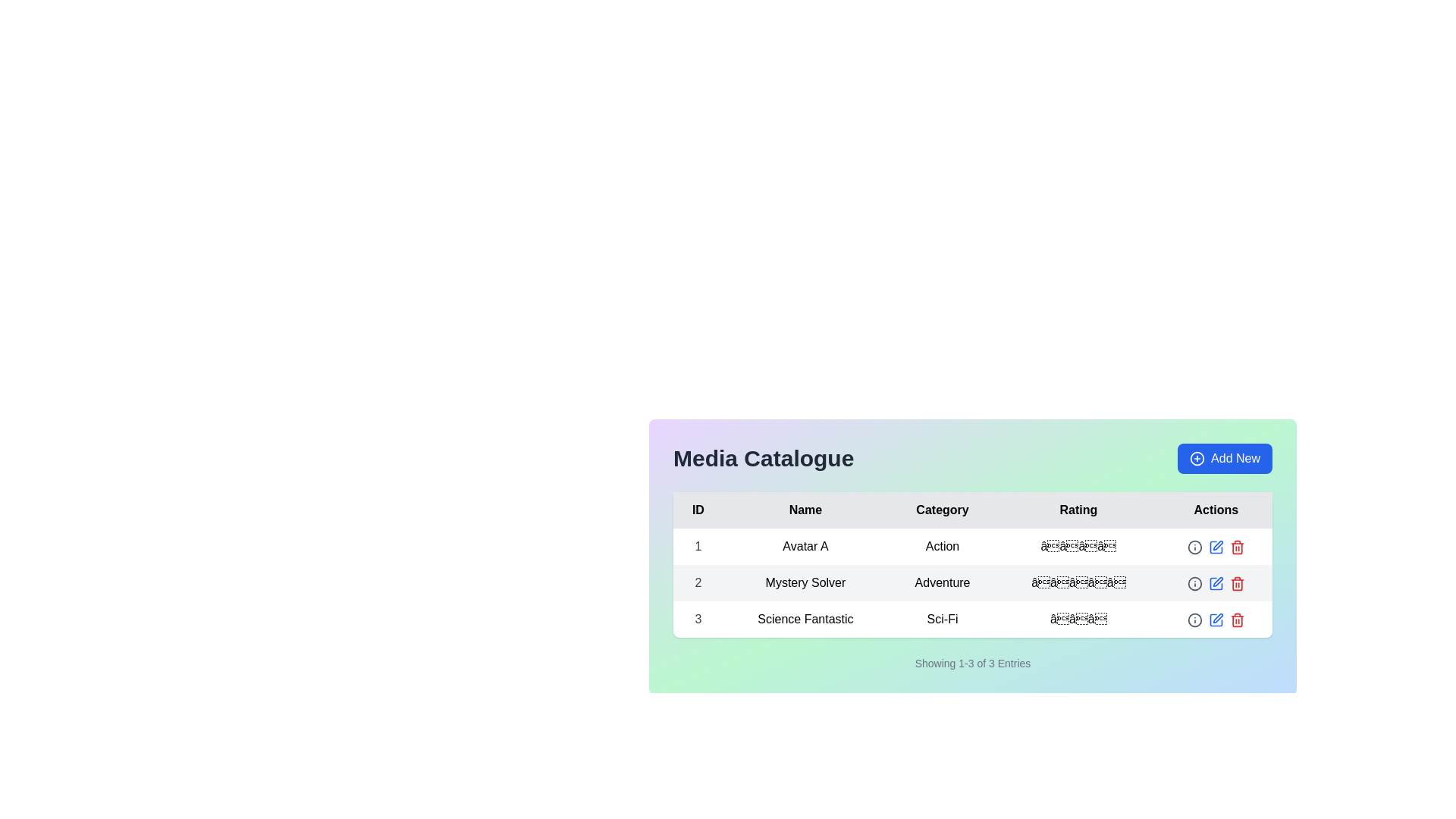 Image resolution: width=1456 pixels, height=819 pixels. I want to click on the non-interactive text label displaying the category name in the second row of the table under the 'Category' column, adjacent to 'Mystery Solver' in the 'Name' column and five star icons in the 'Rating' column, so click(942, 582).